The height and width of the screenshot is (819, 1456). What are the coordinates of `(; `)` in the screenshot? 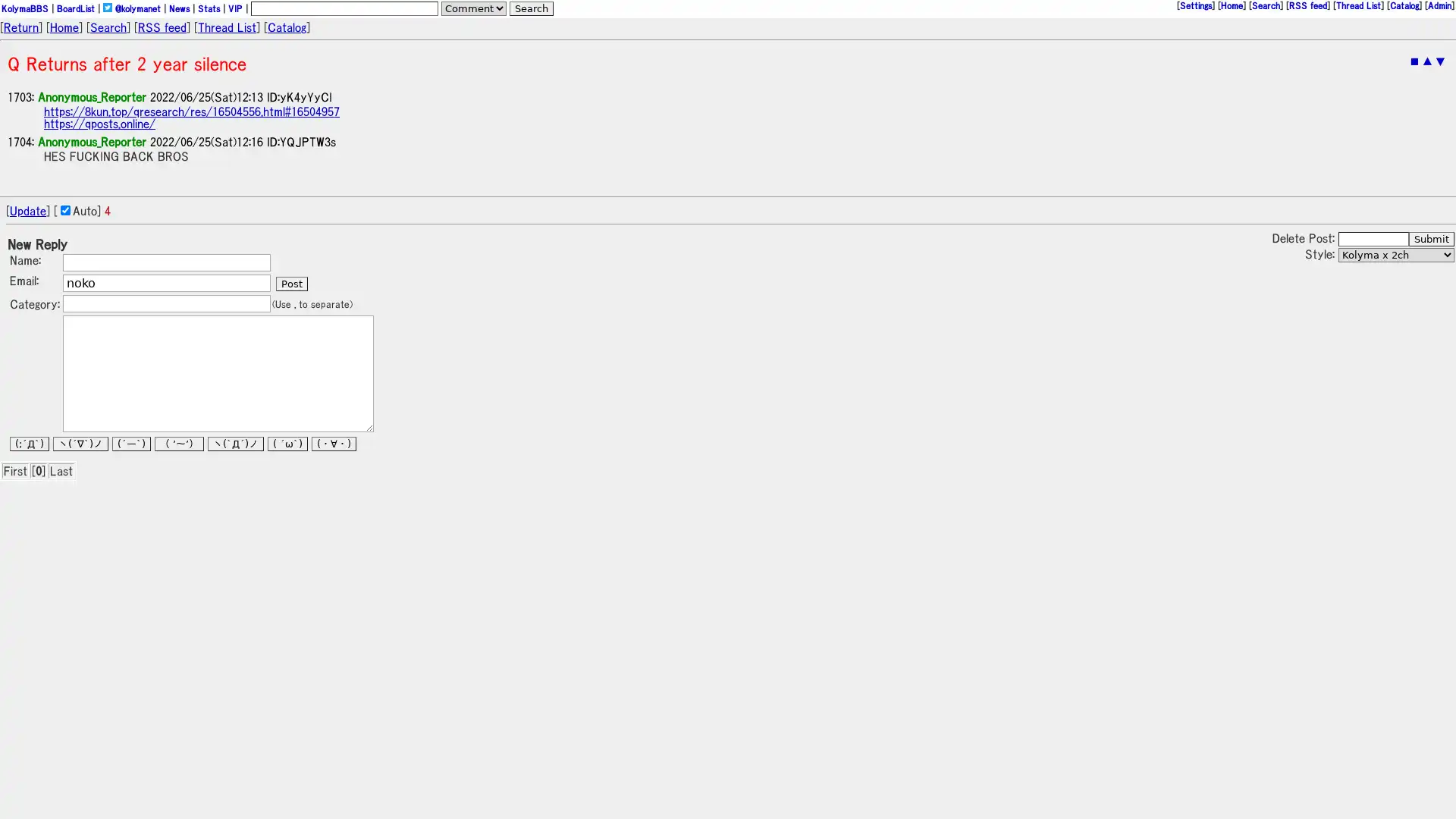 It's located at (29, 444).